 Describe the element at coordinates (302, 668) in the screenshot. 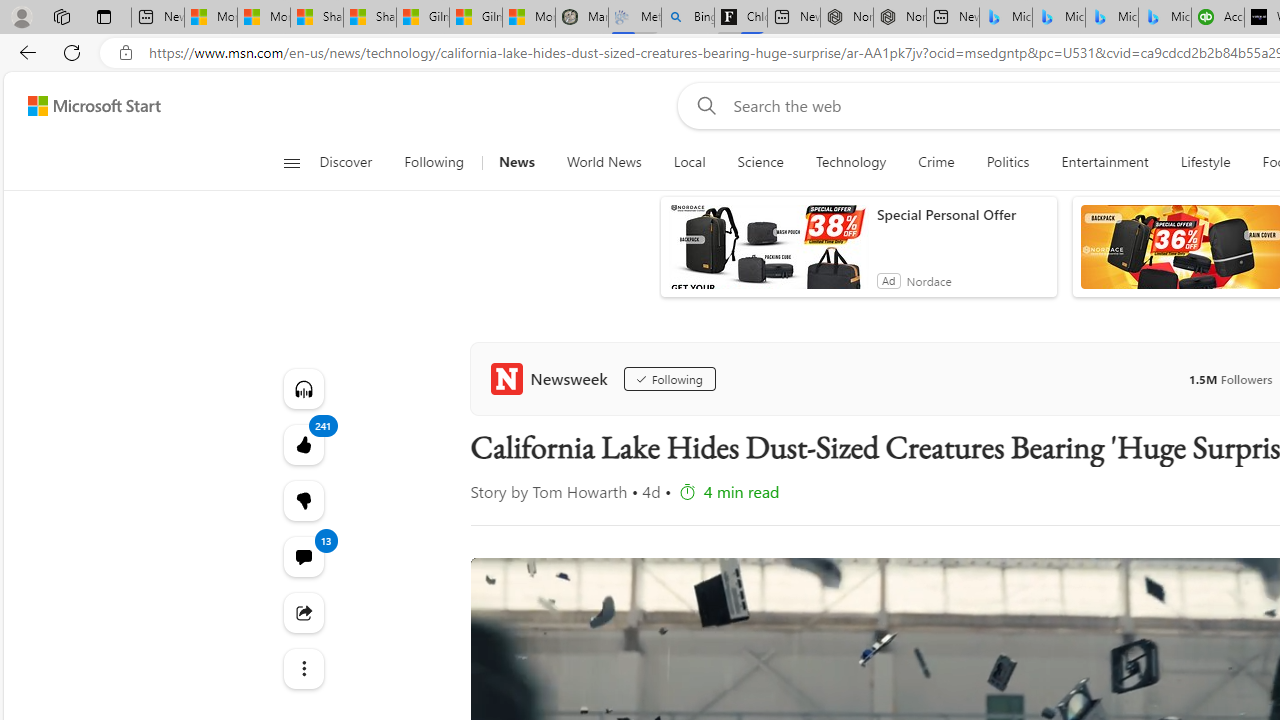

I see `'See more'` at that location.